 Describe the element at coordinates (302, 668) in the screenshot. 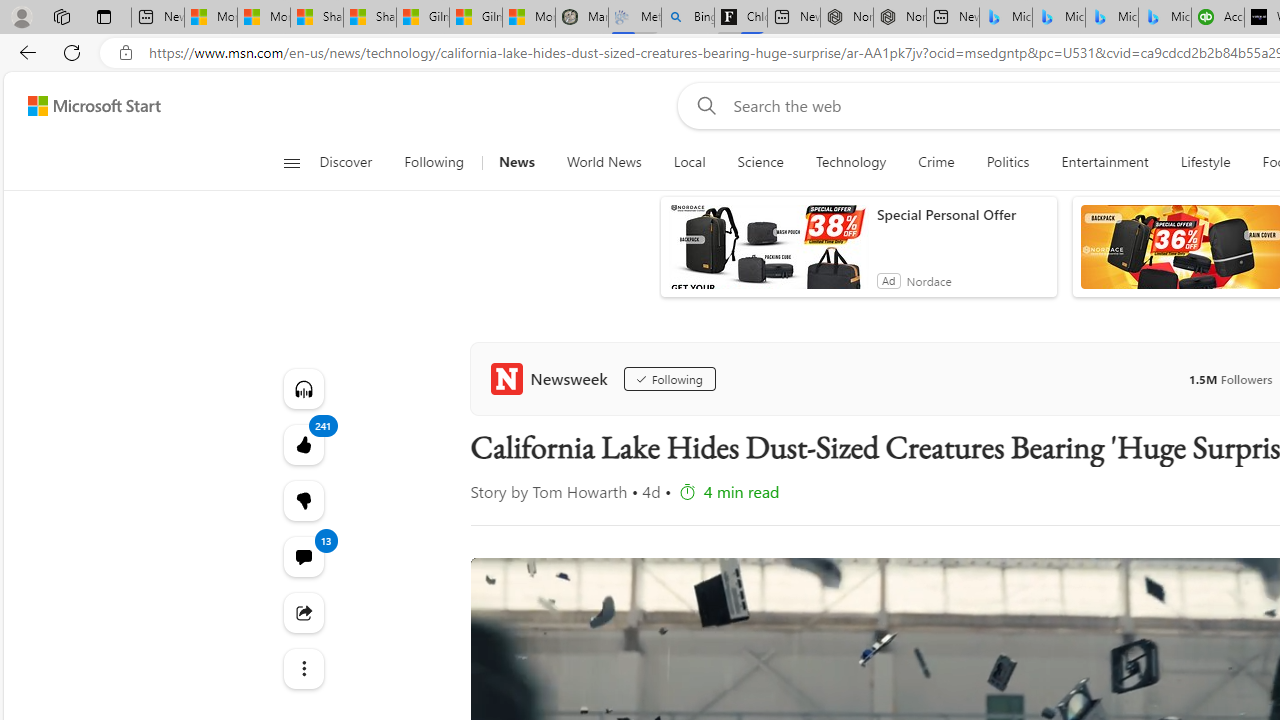

I see `'See more'` at that location.